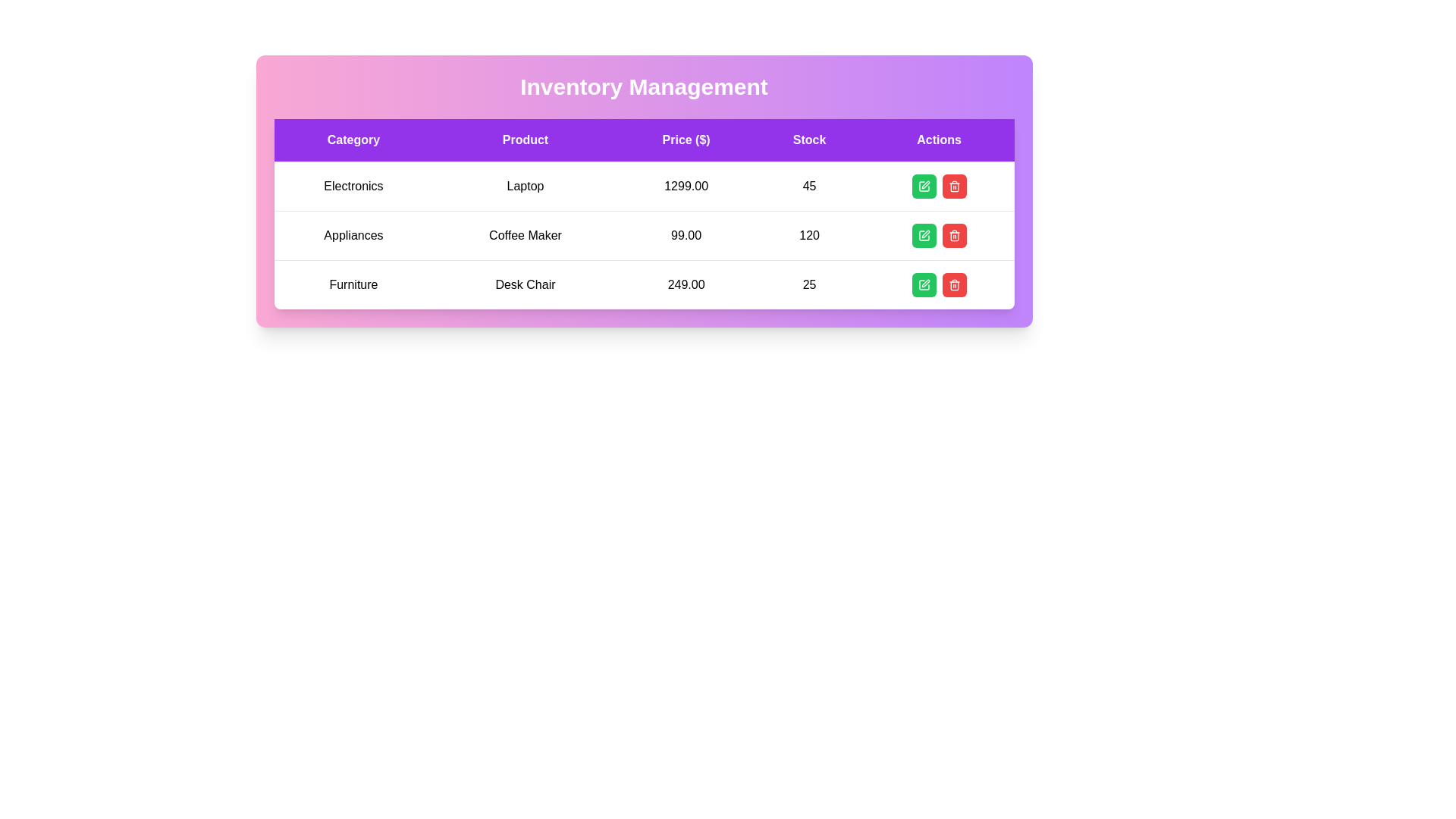  Describe the element at coordinates (353, 284) in the screenshot. I see `text from the 'Furniture' category title label located in the leftmost column of the third row in the table, which is below 'Appliances' and to the left of 'Desk Chair'` at that location.